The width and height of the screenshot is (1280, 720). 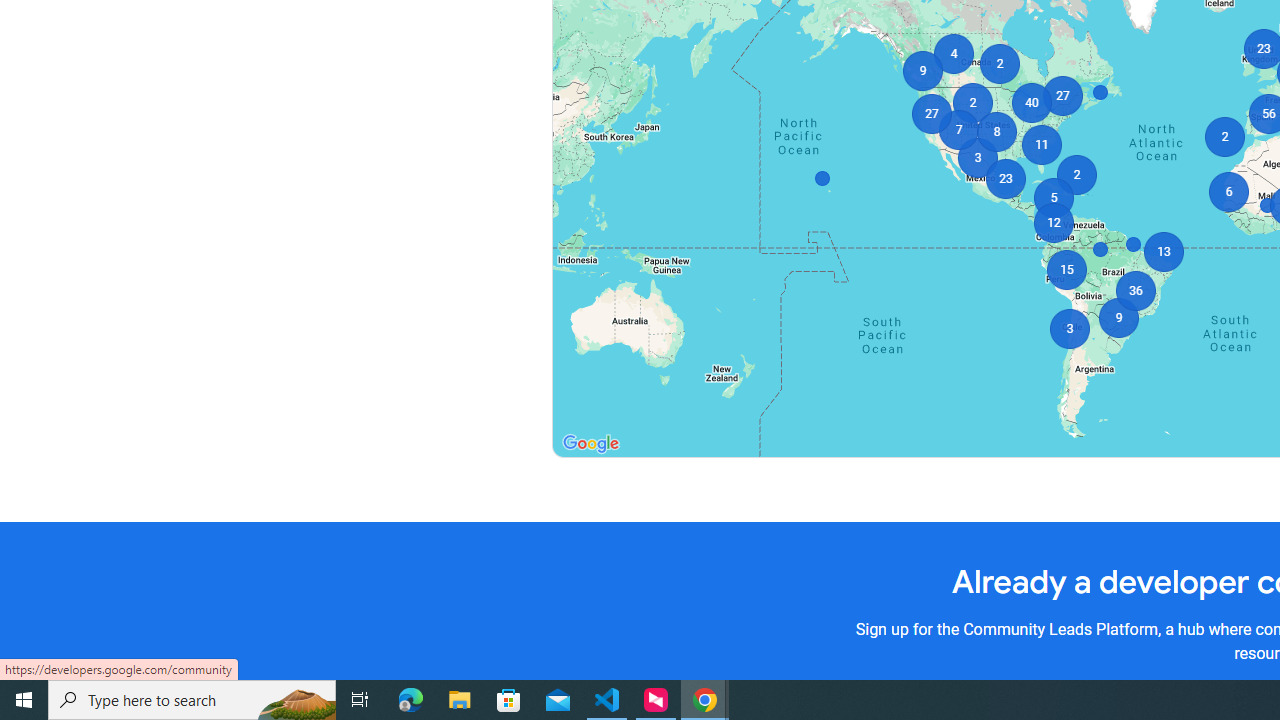 What do you see at coordinates (1163, 250) in the screenshot?
I see `'13'` at bounding box center [1163, 250].